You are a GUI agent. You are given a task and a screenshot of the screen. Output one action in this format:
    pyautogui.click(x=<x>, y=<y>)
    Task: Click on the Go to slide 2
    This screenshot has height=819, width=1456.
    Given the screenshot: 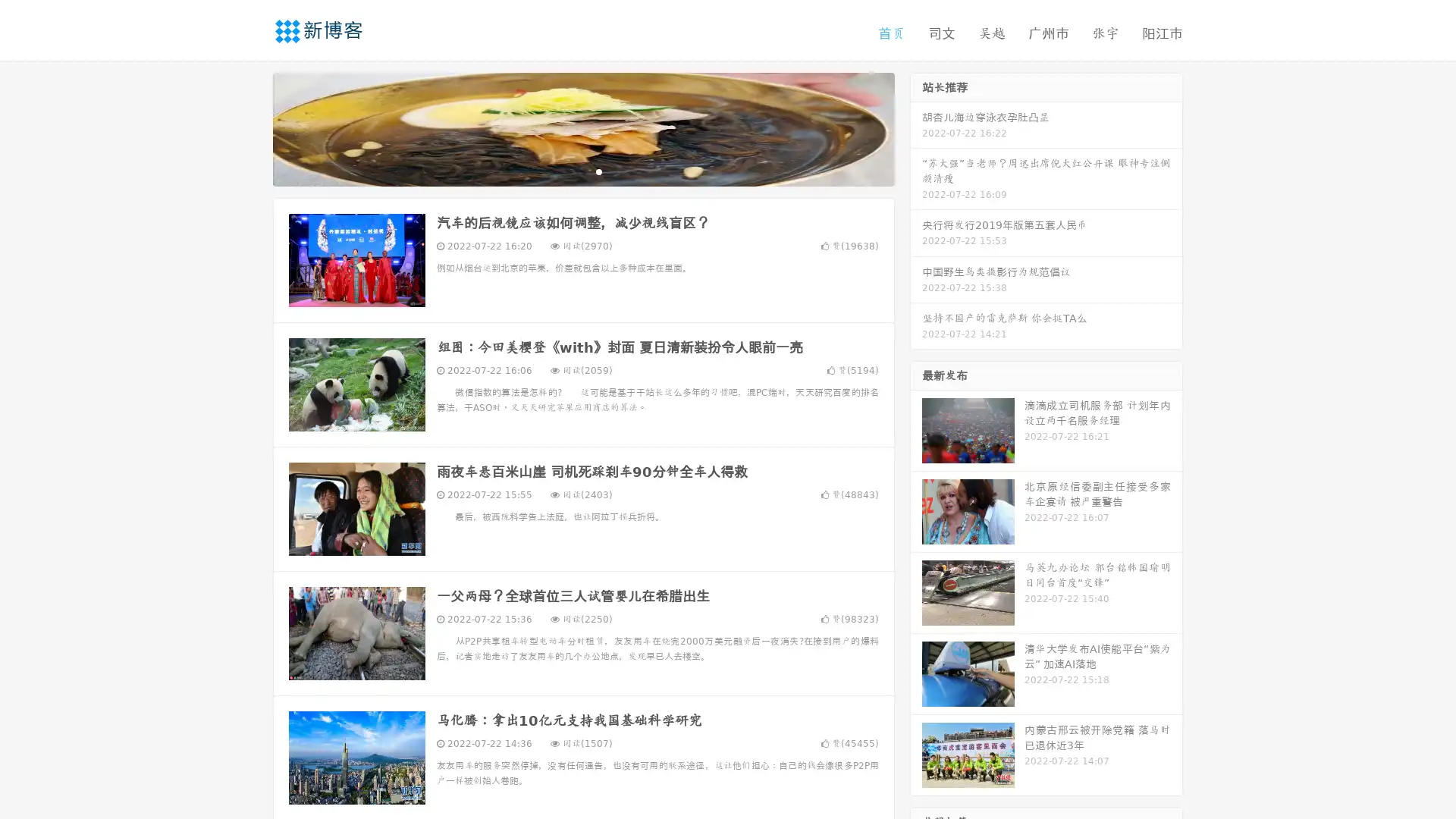 What is the action you would take?
    pyautogui.click(x=582, y=171)
    